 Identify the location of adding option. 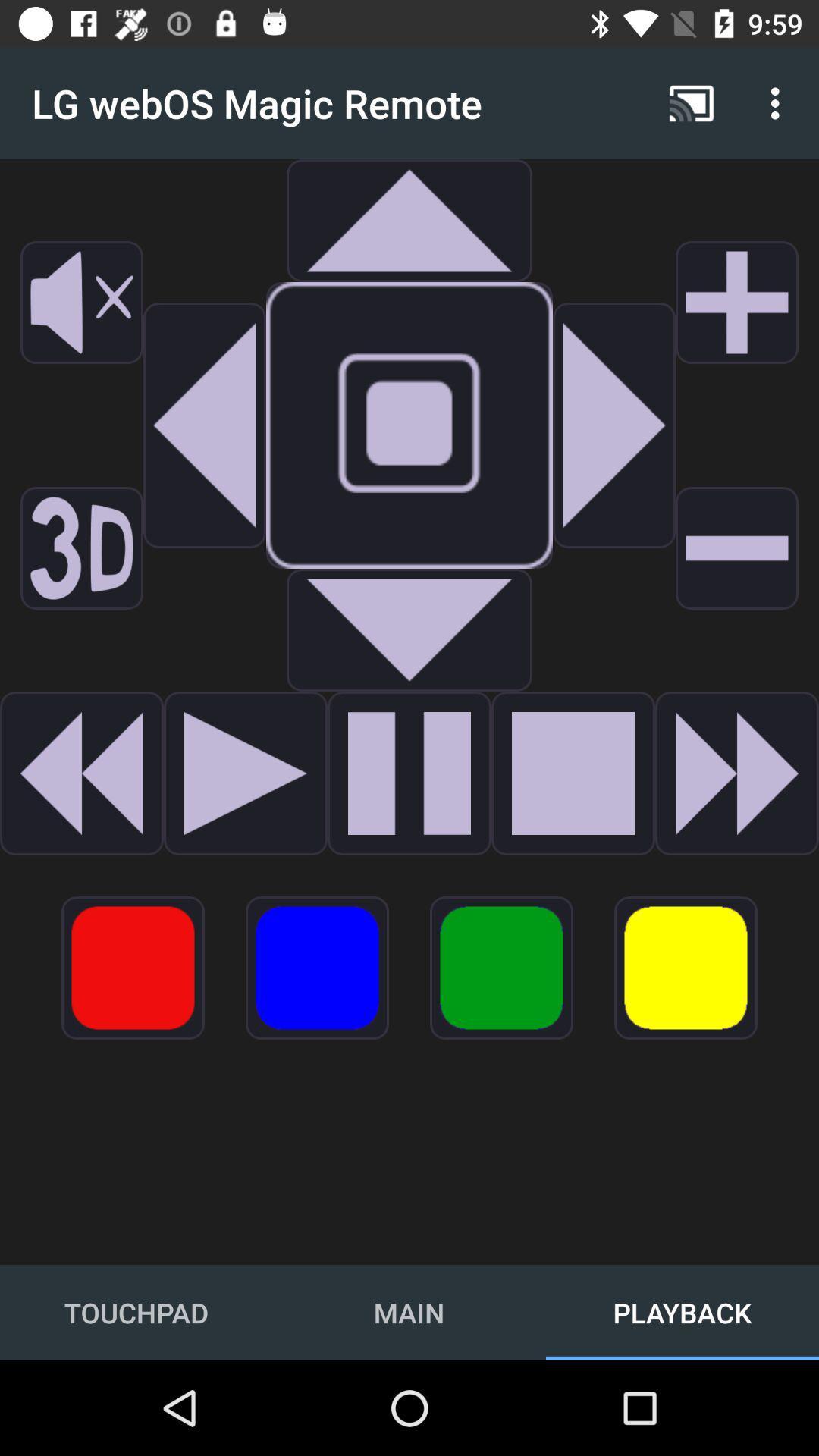
(736, 302).